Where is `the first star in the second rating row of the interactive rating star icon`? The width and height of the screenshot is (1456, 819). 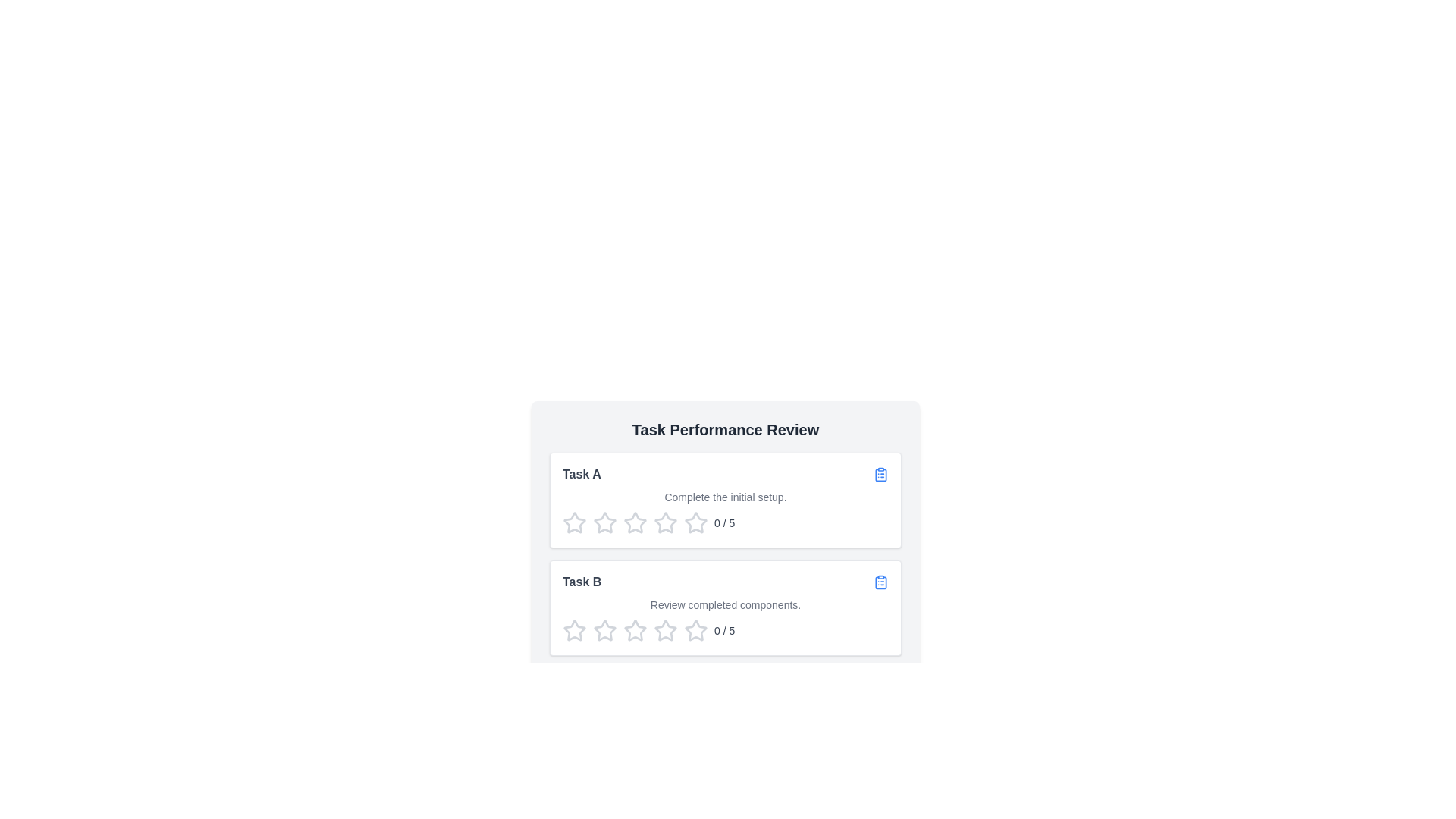 the first star in the second rating row of the interactive rating star icon is located at coordinates (574, 630).